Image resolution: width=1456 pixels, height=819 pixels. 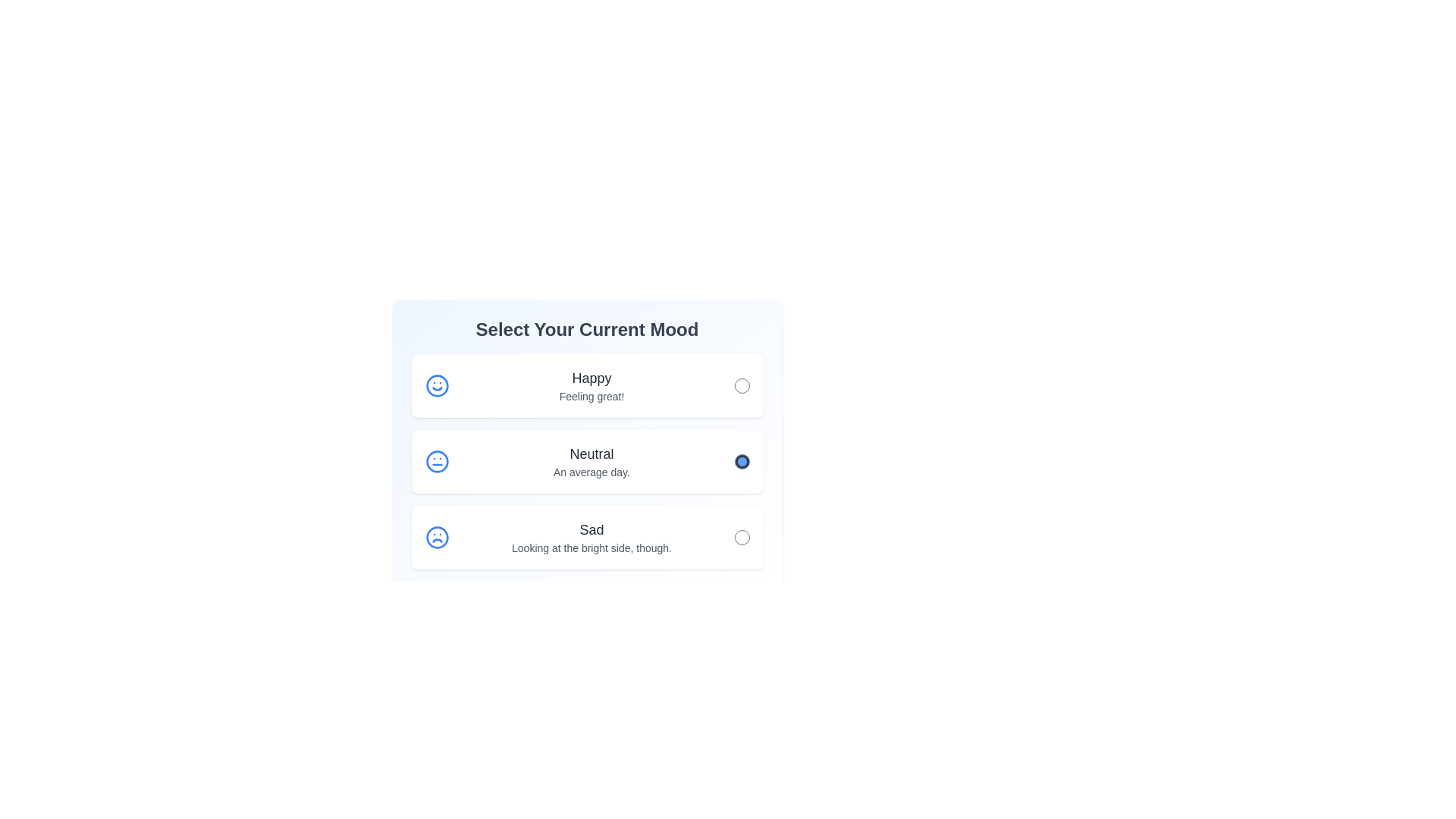 I want to click on the text label that displays 'Feeling great!' which is styled in a smaller font size and grayish tone, positioned below the header 'Happy', so click(x=591, y=396).